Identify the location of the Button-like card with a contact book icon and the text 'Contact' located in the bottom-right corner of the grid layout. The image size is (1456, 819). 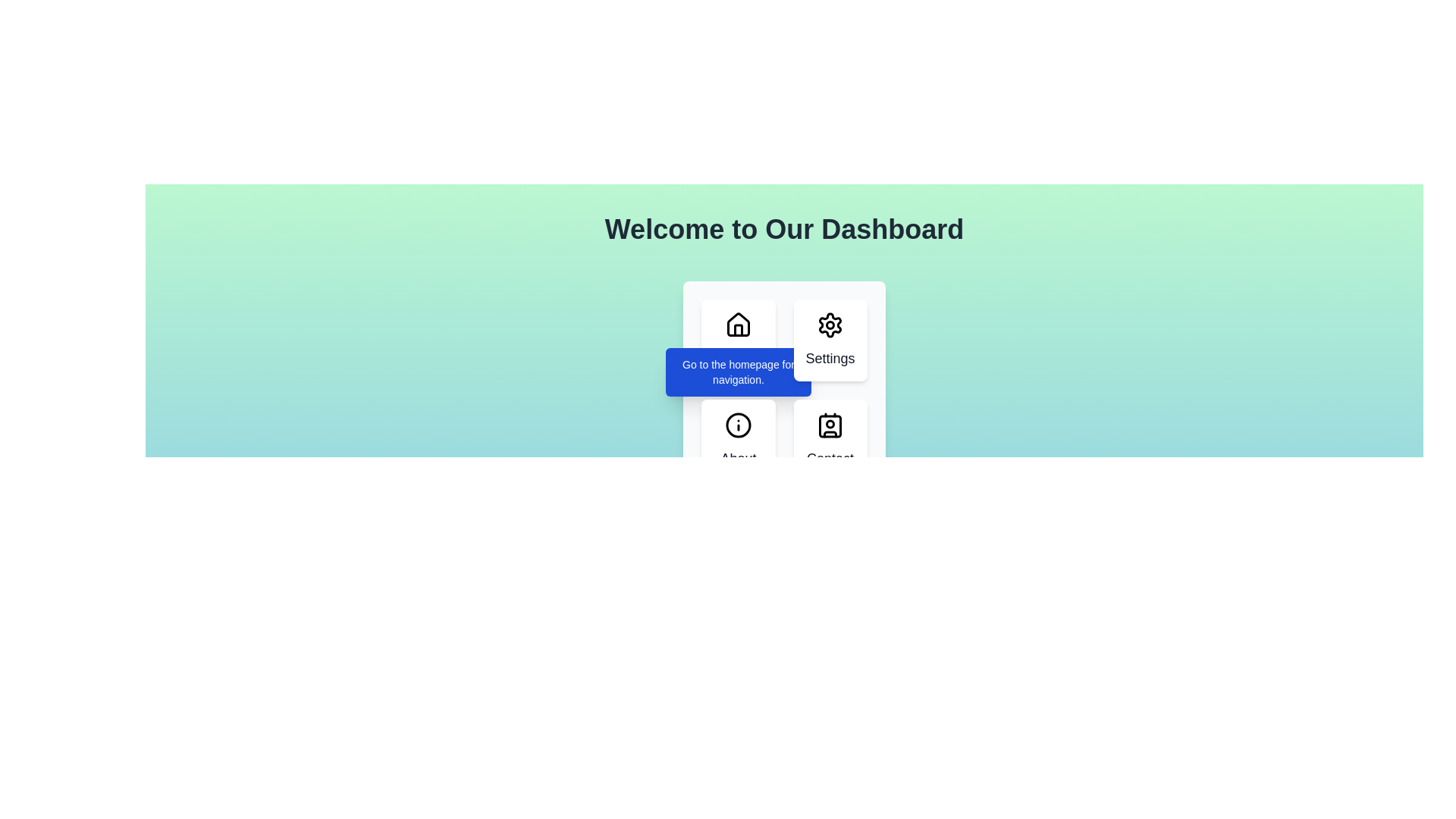
(829, 441).